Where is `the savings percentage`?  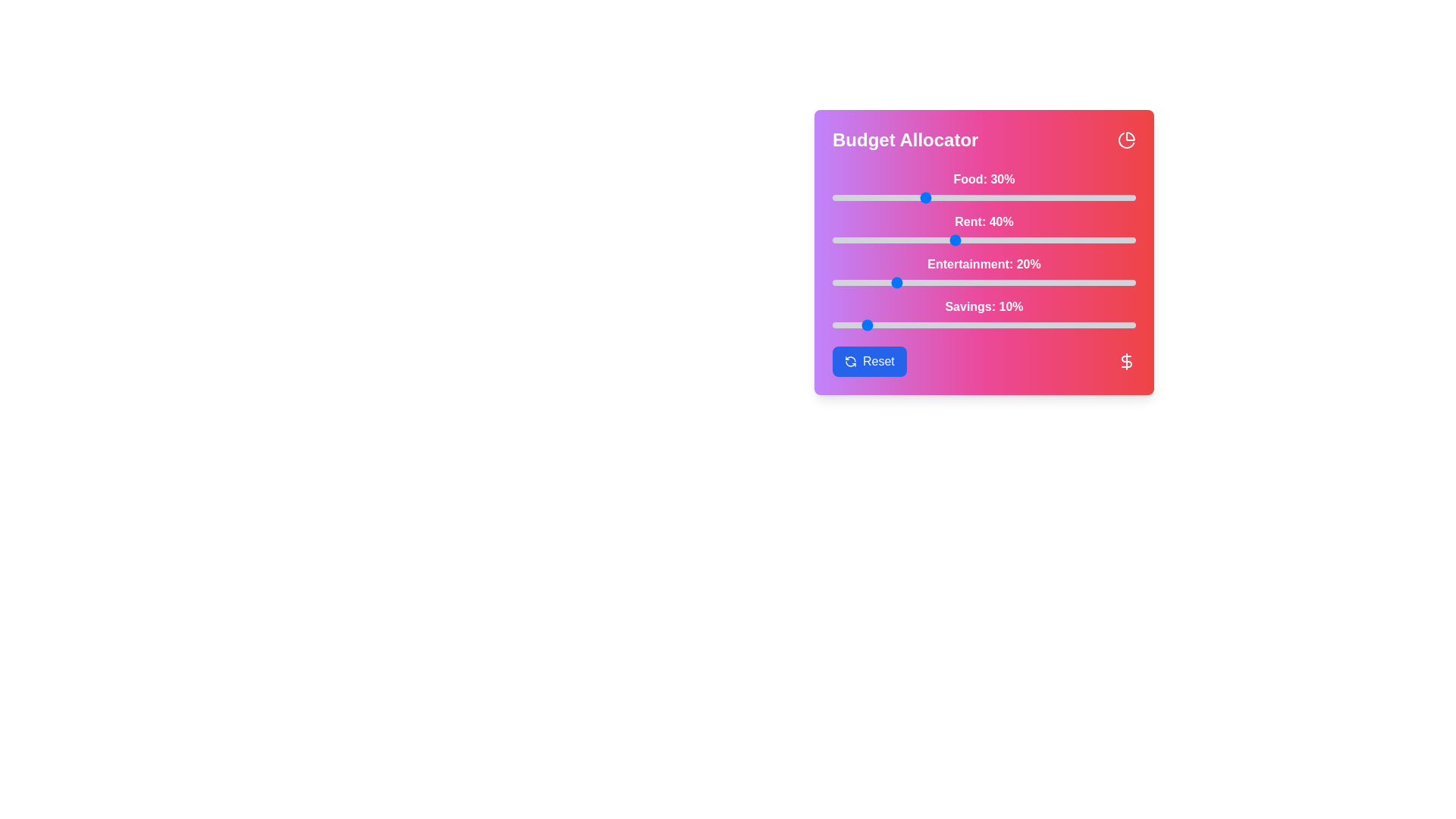 the savings percentage is located at coordinates (877, 324).